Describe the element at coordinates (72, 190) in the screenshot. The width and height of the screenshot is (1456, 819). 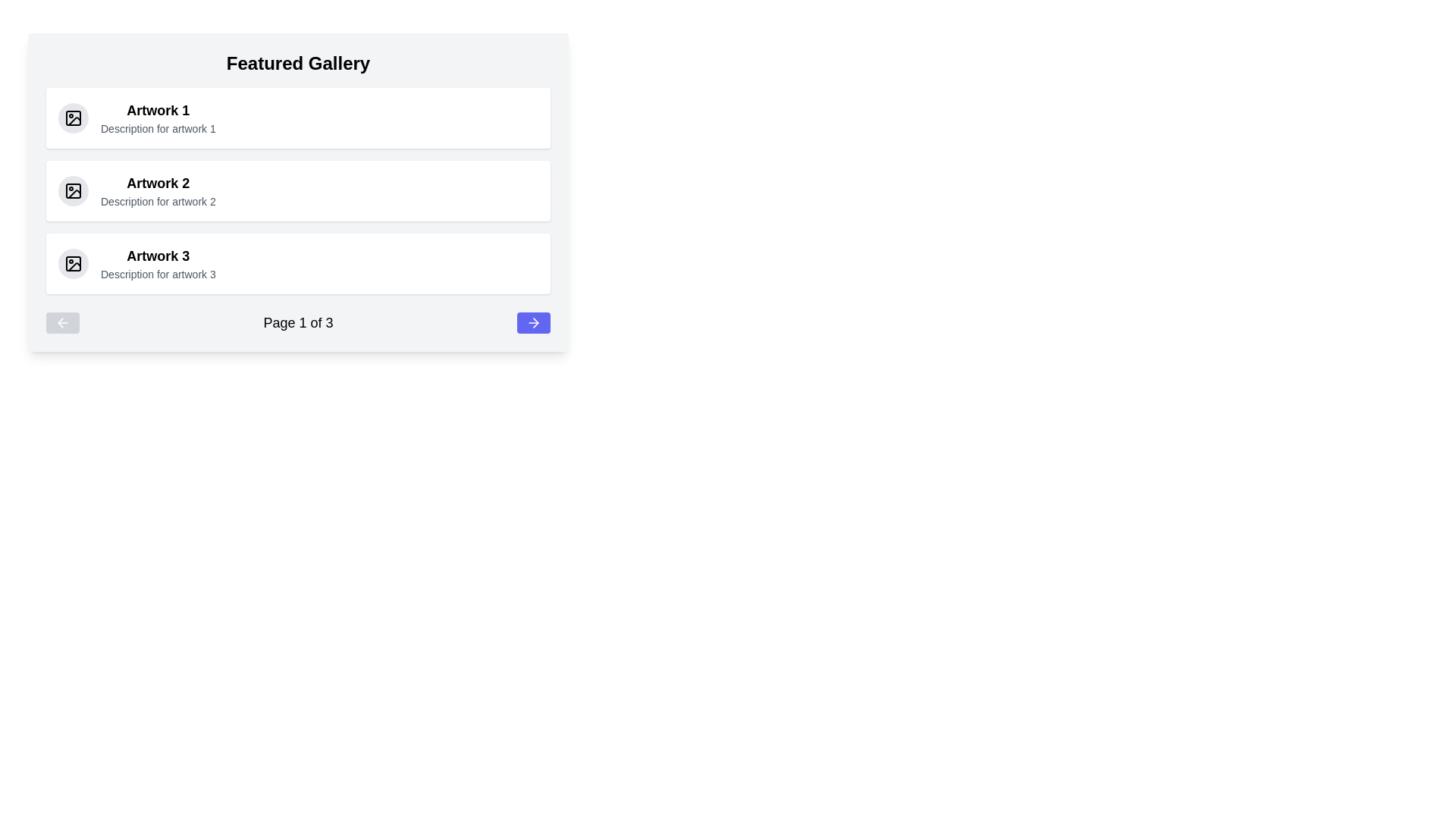
I see `the SVG icon resembling a picture frame with rounded corners located in the second row of the 'Featured Gallery', to the left of the text 'Artwork 2'` at that location.